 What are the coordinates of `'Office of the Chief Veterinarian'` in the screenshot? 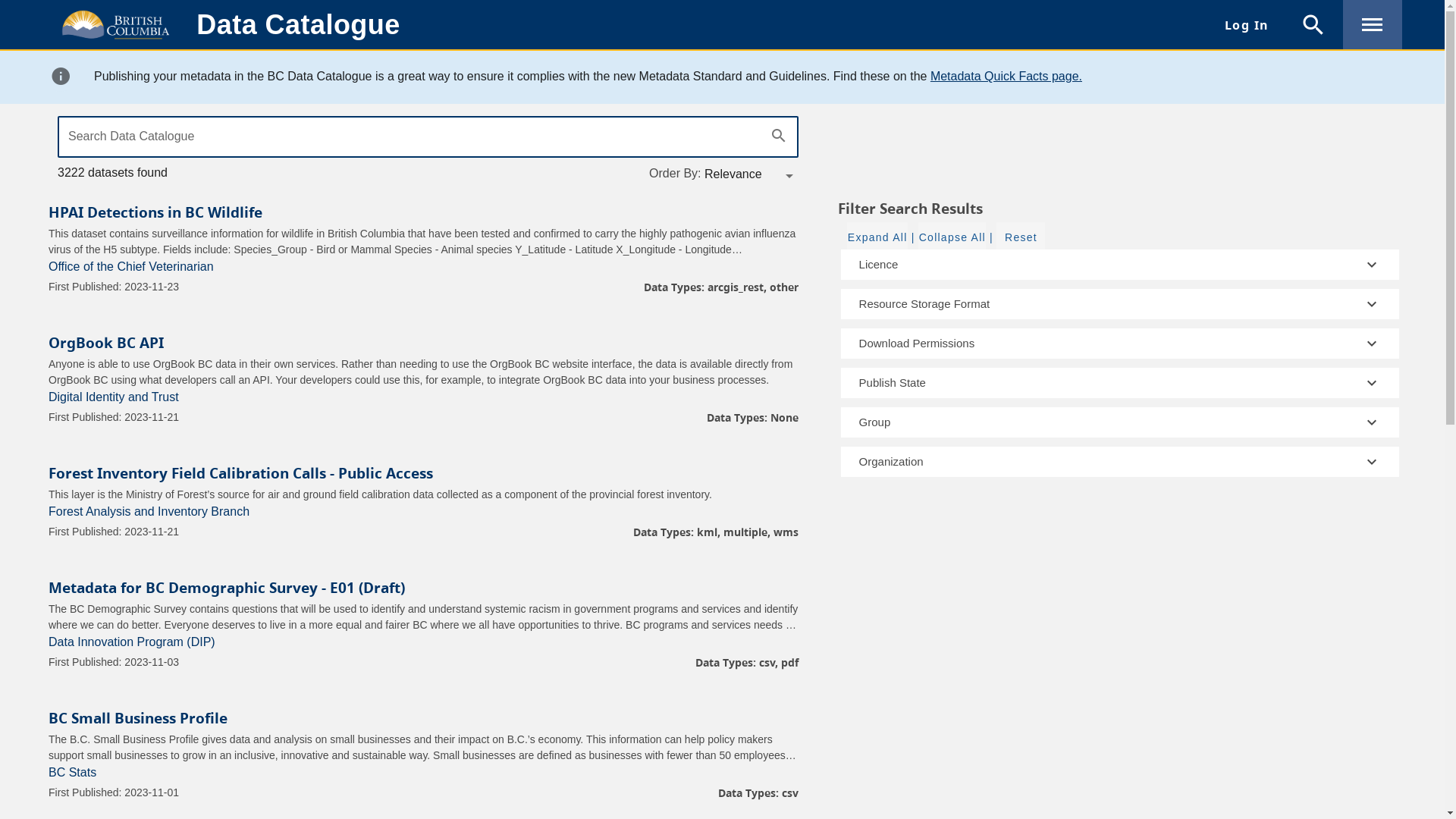 It's located at (130, 265).